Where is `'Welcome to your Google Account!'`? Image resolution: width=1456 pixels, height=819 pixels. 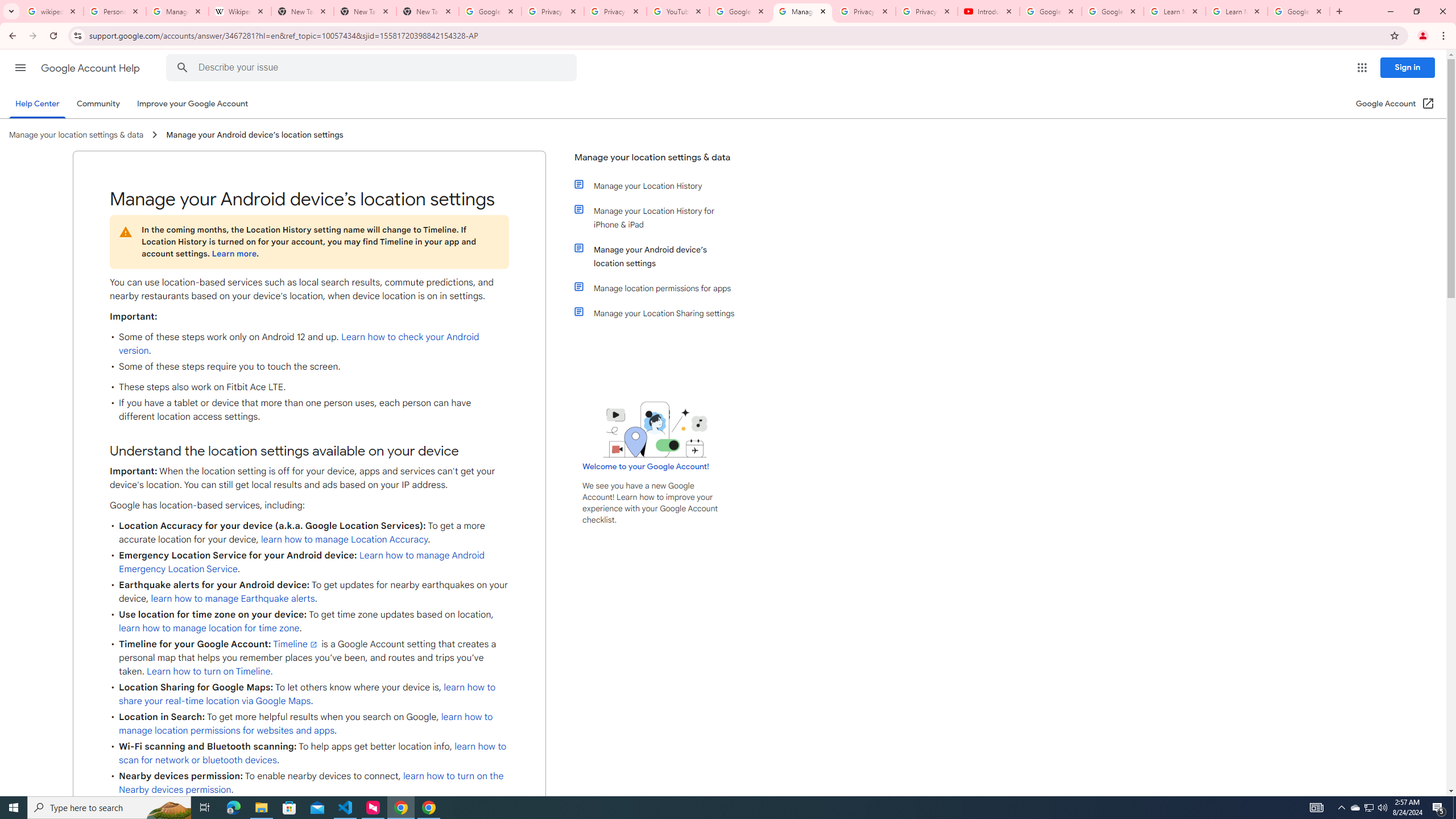
'Welcome to your Google Account!' is located at coordinates (645, 466).